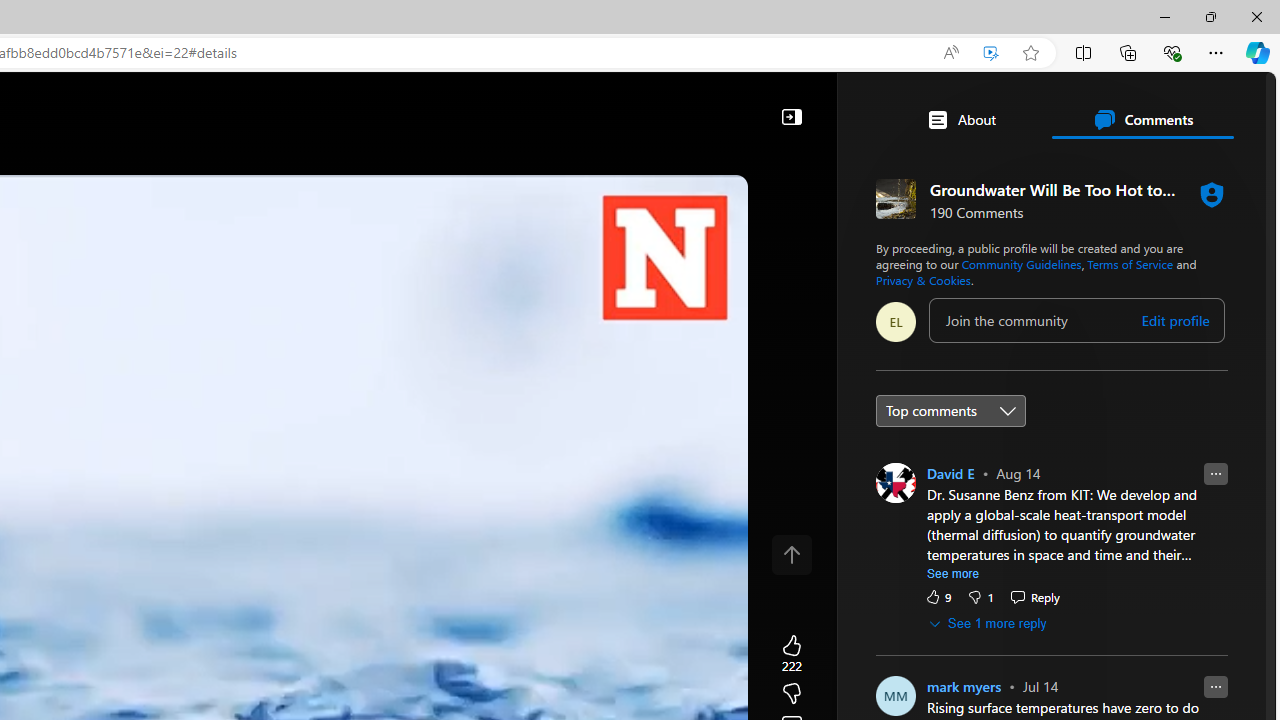 The height and width of the screenshot is (720, 1280). What do you see at coordinates (950, 410) in the screenshot?
I see `'Sort comments by'` at bounding box center [950, 410].